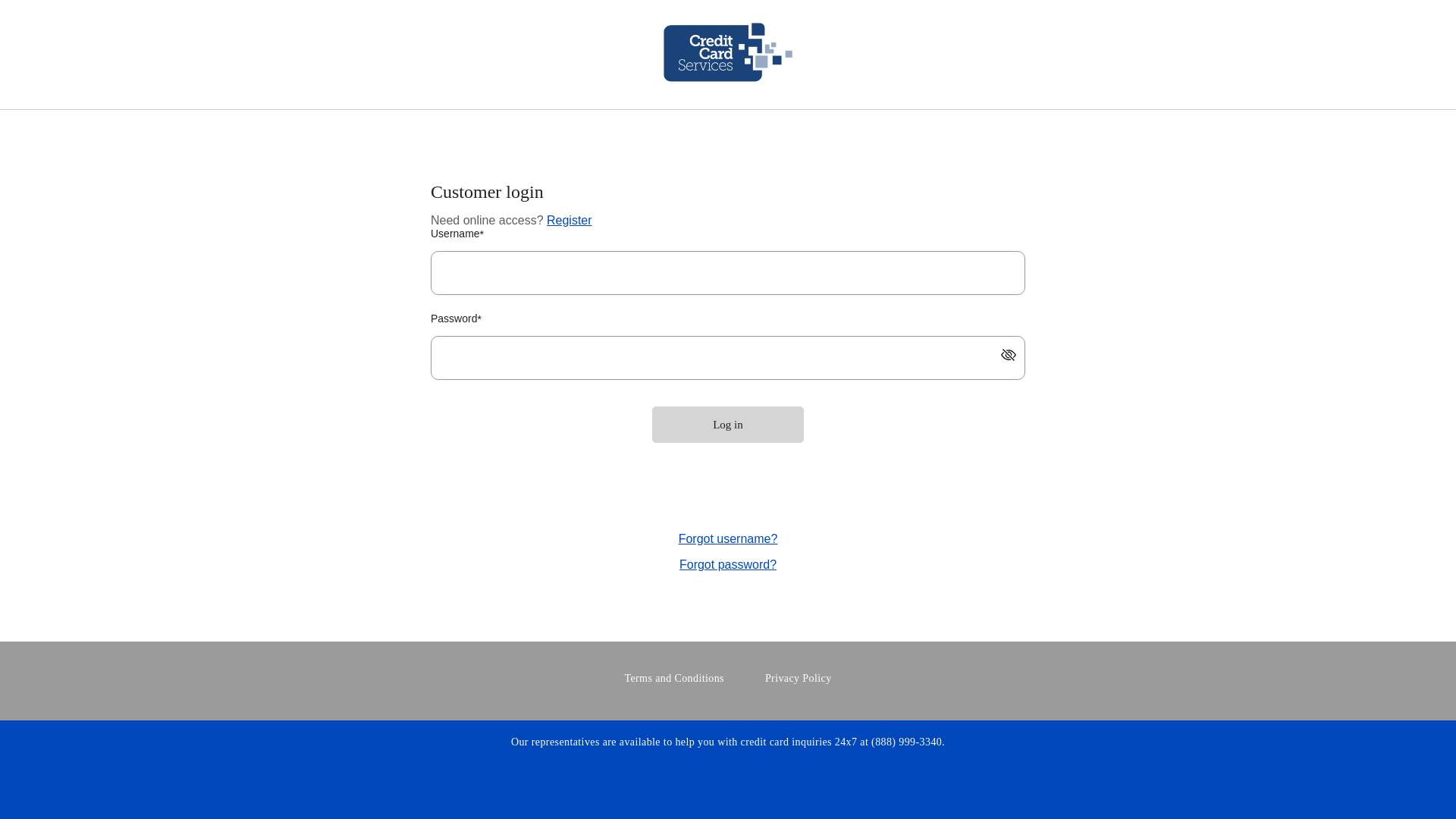 Image resolution: width=1456 pixels, height=819 pixels. I want to click on 'Forgot password?', so click(728, 565).